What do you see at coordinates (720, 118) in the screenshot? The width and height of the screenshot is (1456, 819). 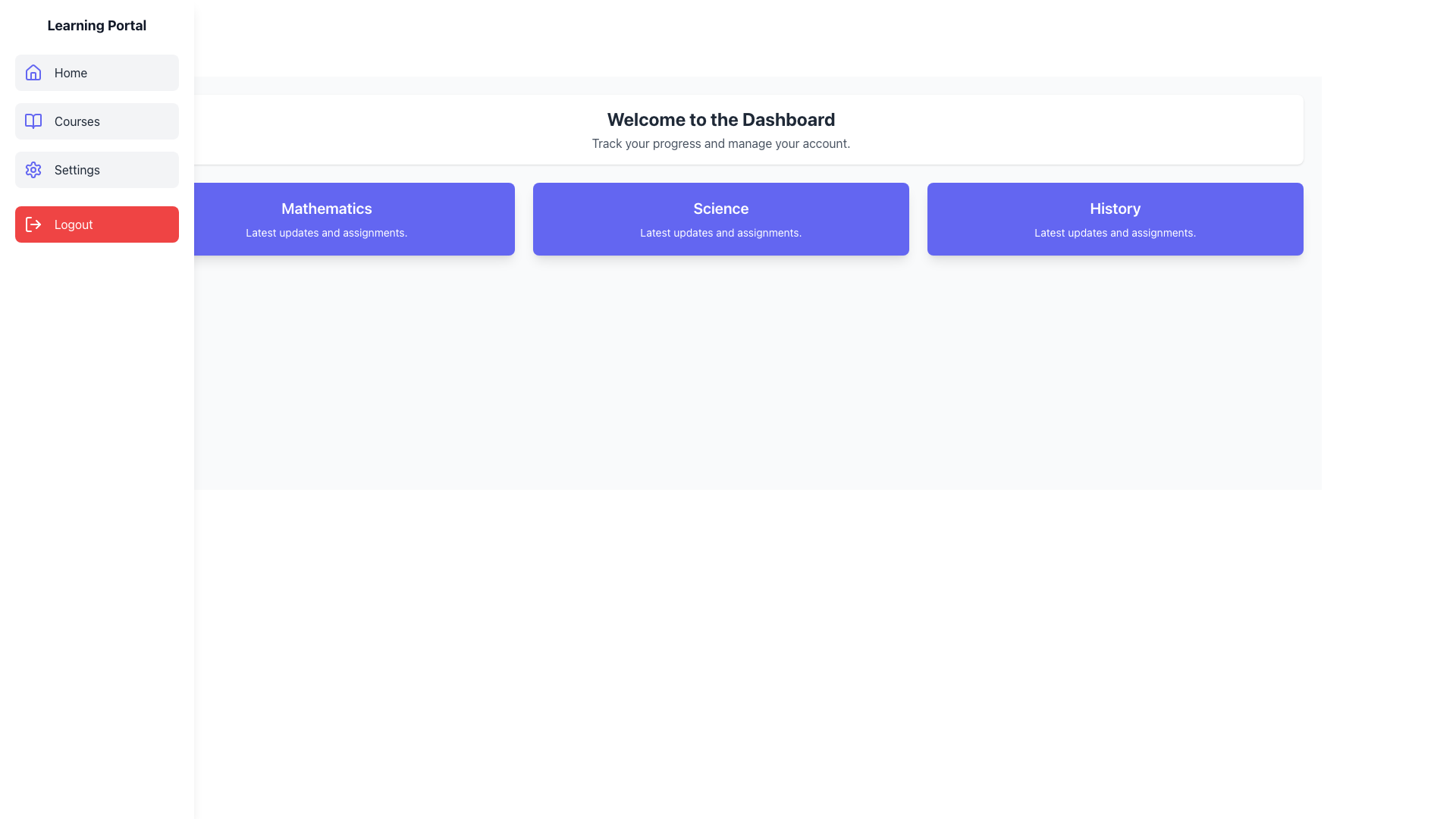 I see `the central Heading (H1) element that serves as a welcome message for the dashboard interface, which is positioned above smaller descriptive text and centered within a white rounded rectangle` at bounding box center [720, 118].